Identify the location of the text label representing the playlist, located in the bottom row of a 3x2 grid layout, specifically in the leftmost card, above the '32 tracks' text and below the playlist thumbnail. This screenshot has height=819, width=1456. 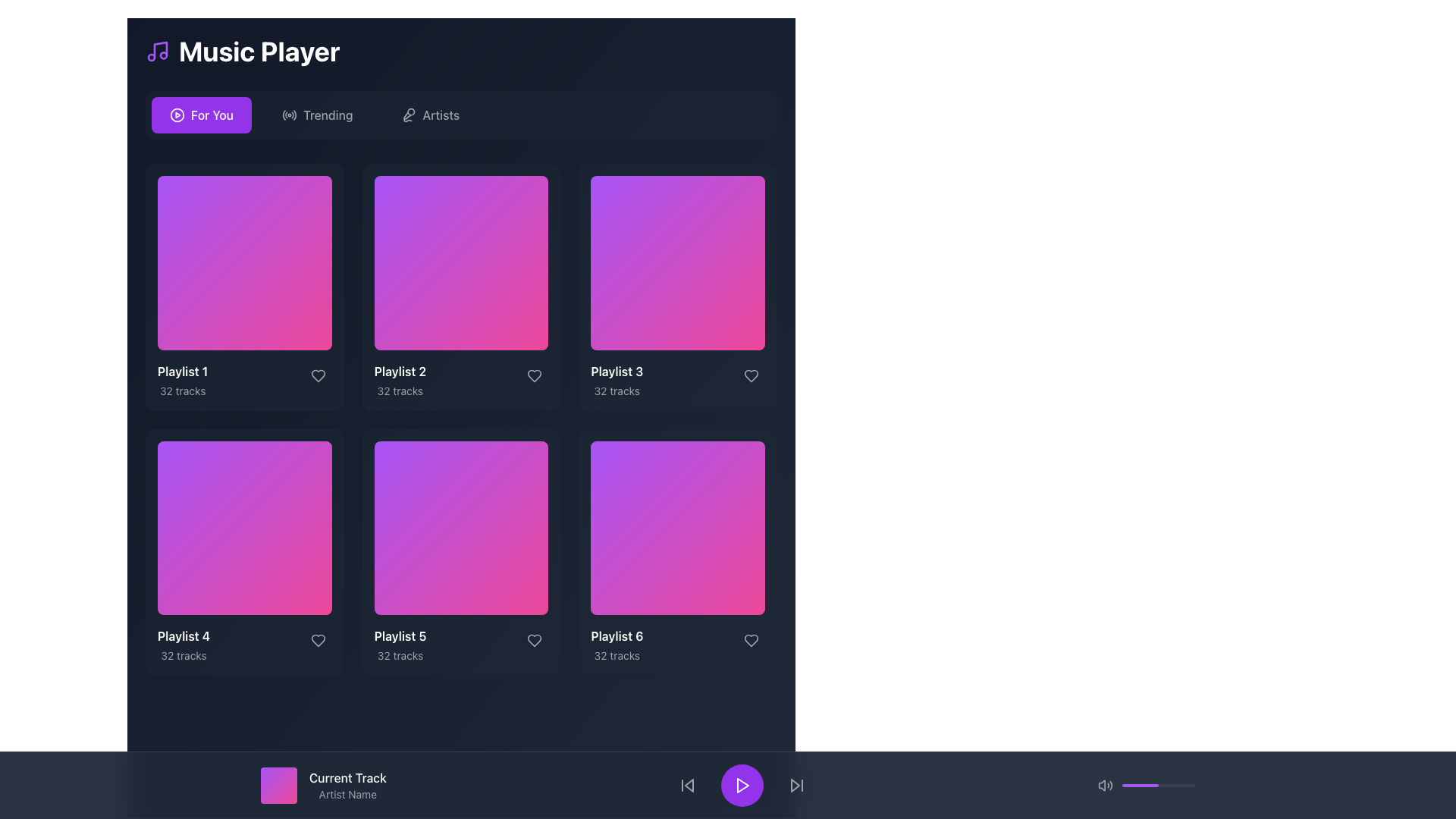
(400, 636).